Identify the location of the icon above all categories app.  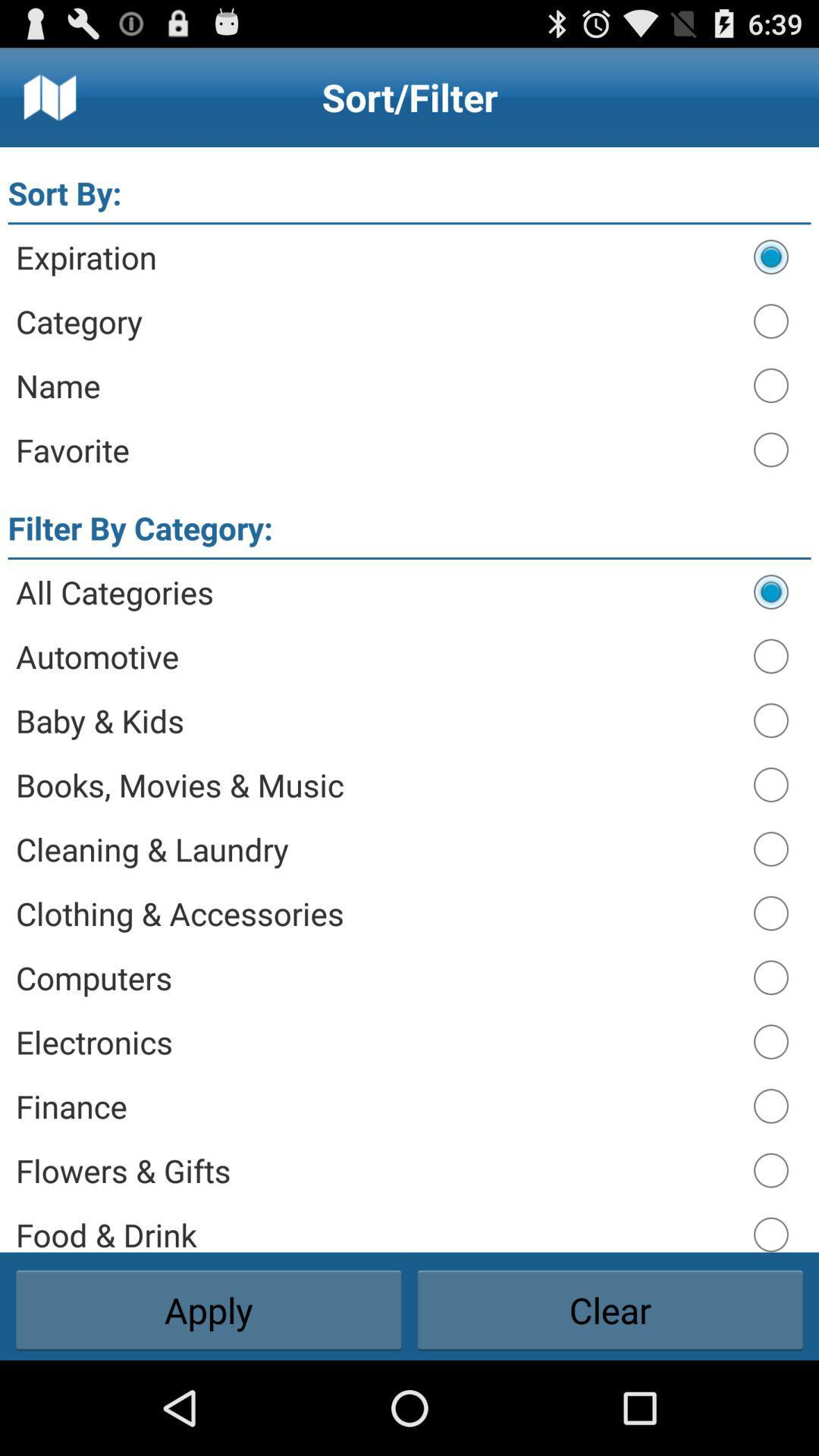
(409, 557).